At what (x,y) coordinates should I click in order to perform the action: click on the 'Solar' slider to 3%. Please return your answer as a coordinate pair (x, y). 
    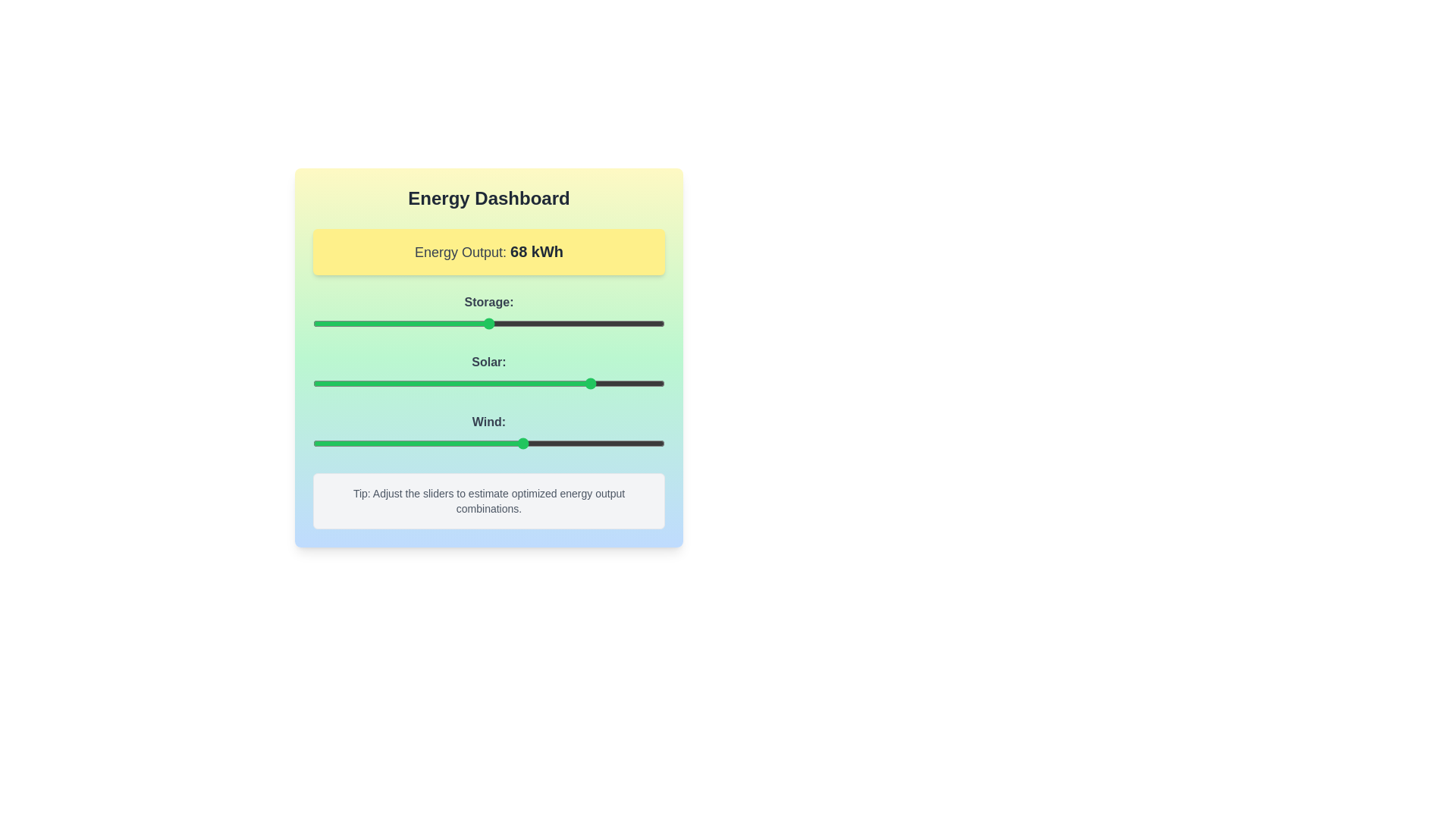
    Looking at the image, I should click on (323, 382).